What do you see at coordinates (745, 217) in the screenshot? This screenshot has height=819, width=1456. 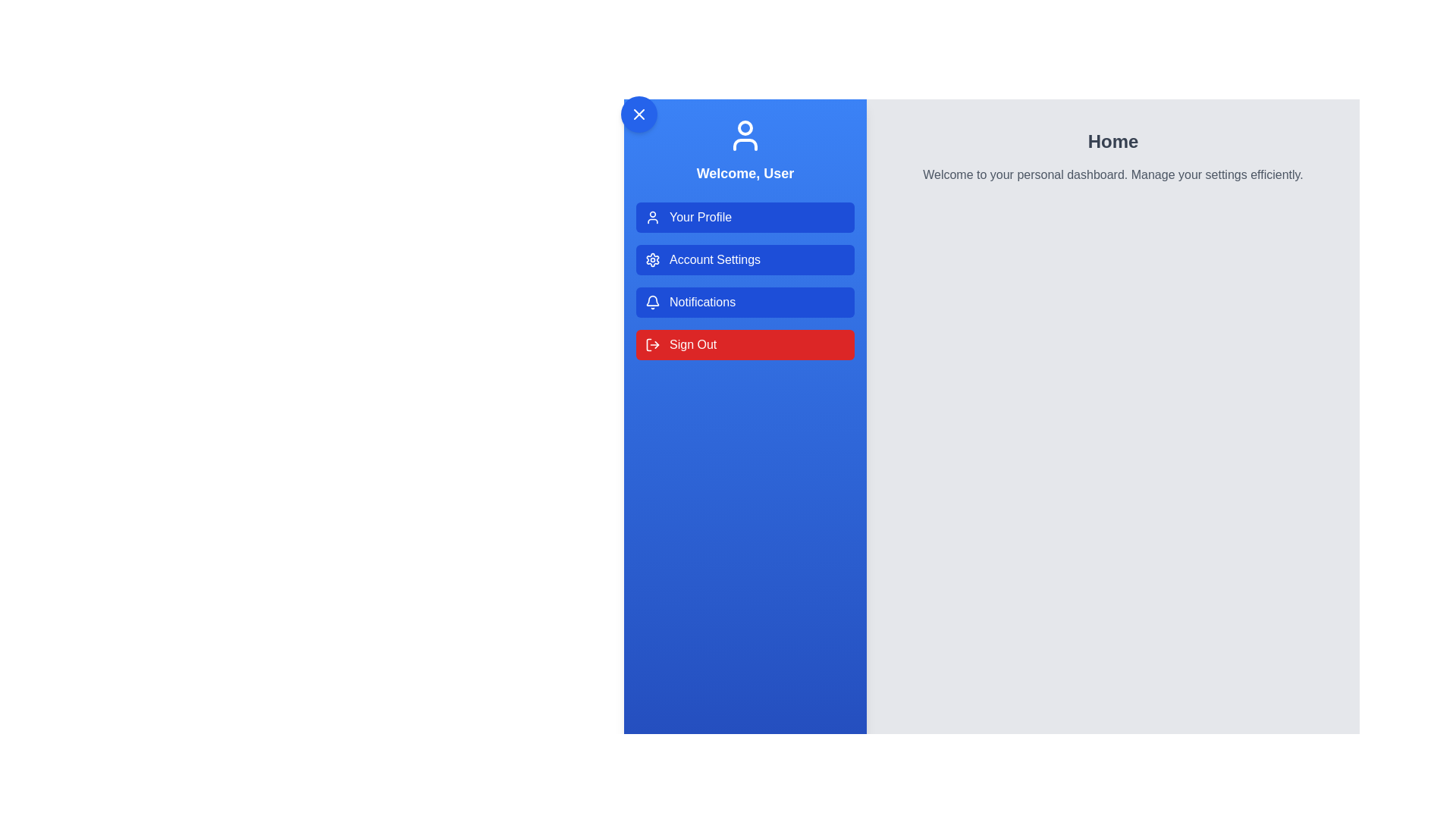 I see `the menu option Your Profile from the UserProfileDrawer` at bounding box center [745, 217].